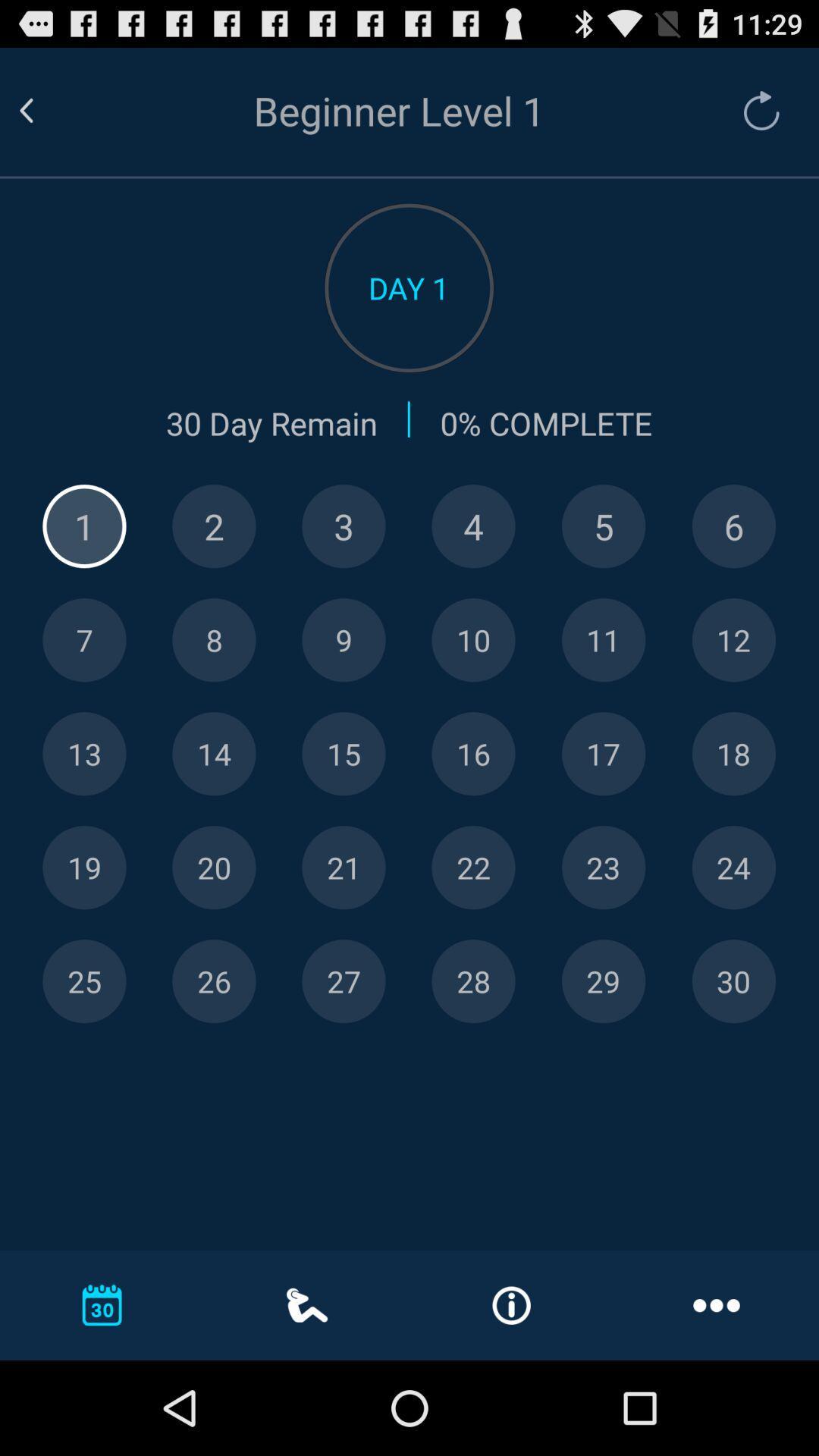 This screenshot has height=1456, width=819. I want to click on specific day, so click(214, 868).